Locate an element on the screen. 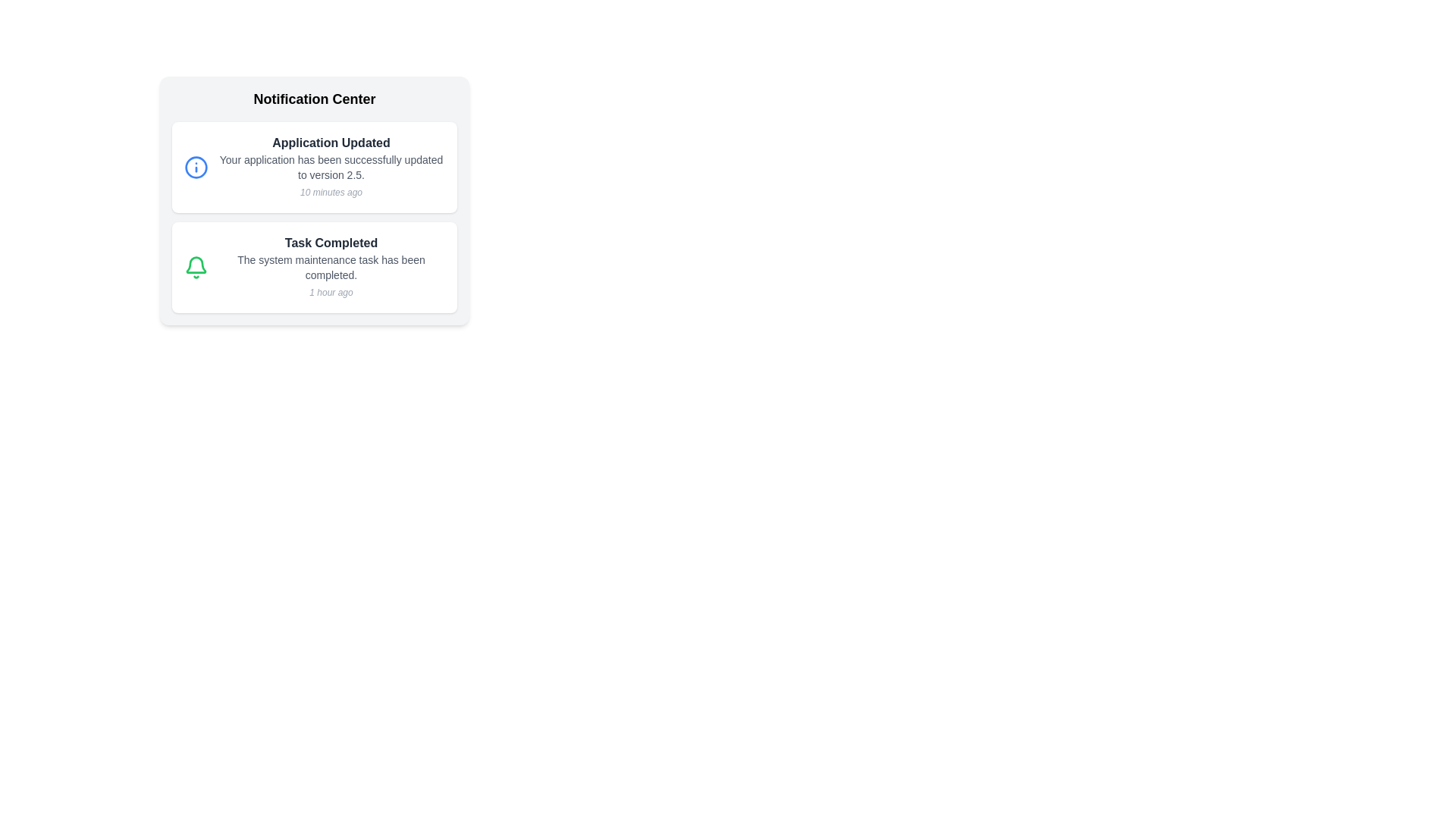  the Text label that serves as the header for the notification center, positioned at the top of the notification card is located at coordinates (313, 99).